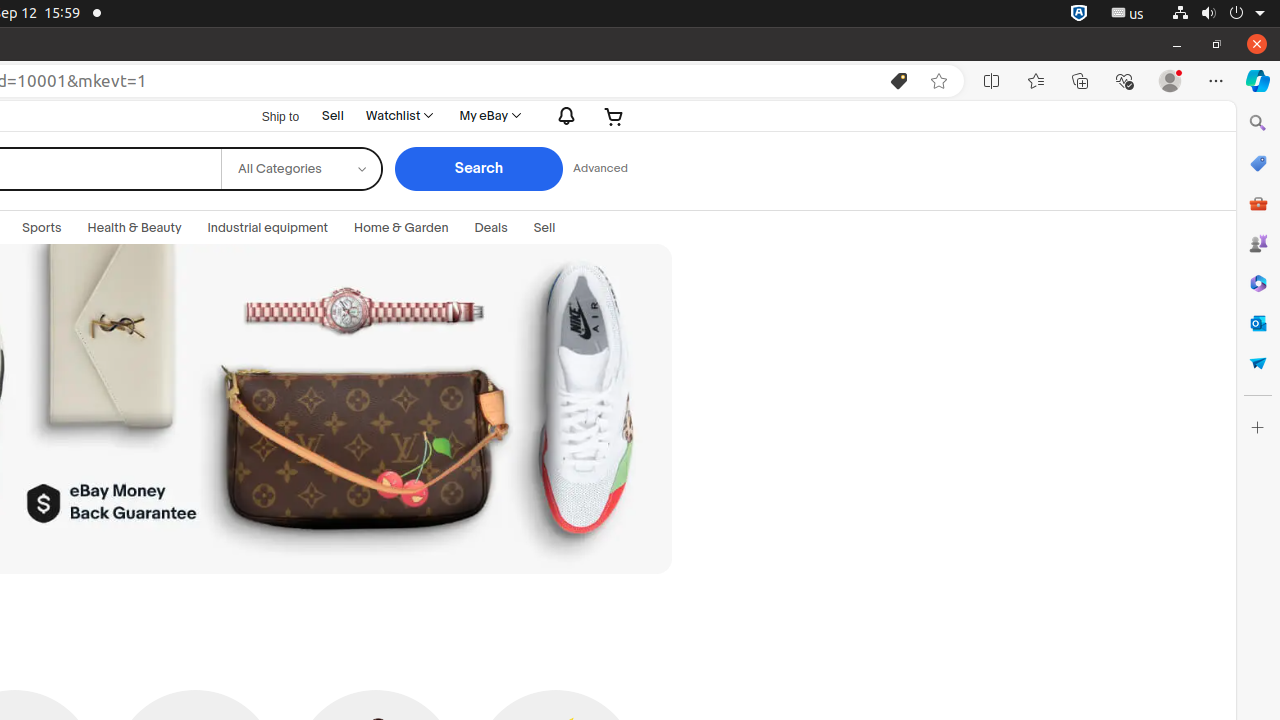 This screenshot has width=1280, height=720. Describe the element at coordinates (992, 80) in the screenshot. I see `'Split screen'` at that location.